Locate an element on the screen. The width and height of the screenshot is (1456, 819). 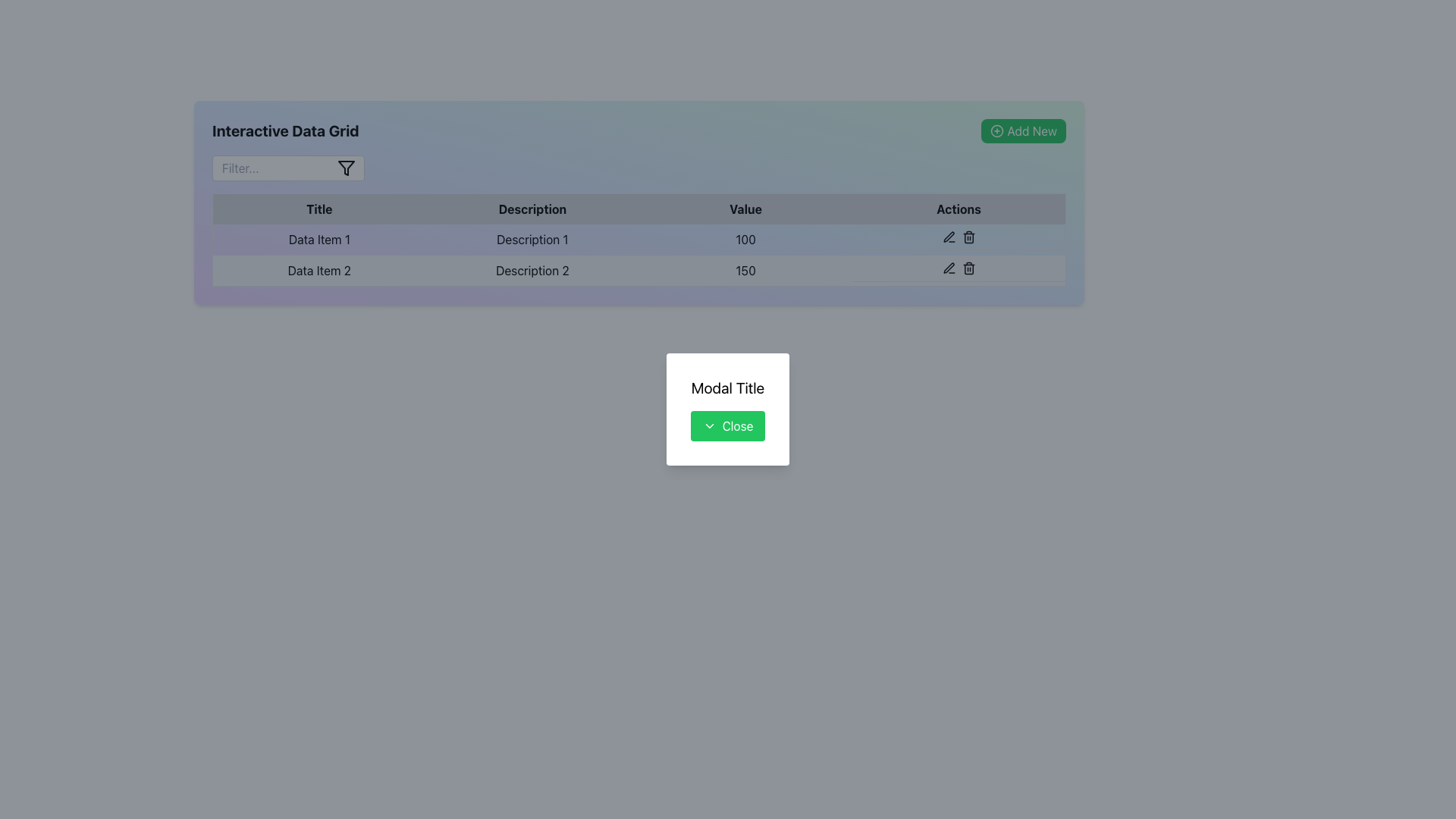
the edit icon in the Actions column of the data table row associated with 'Data Item 1' to initiate the edit action is located at coordinates (958, 237).